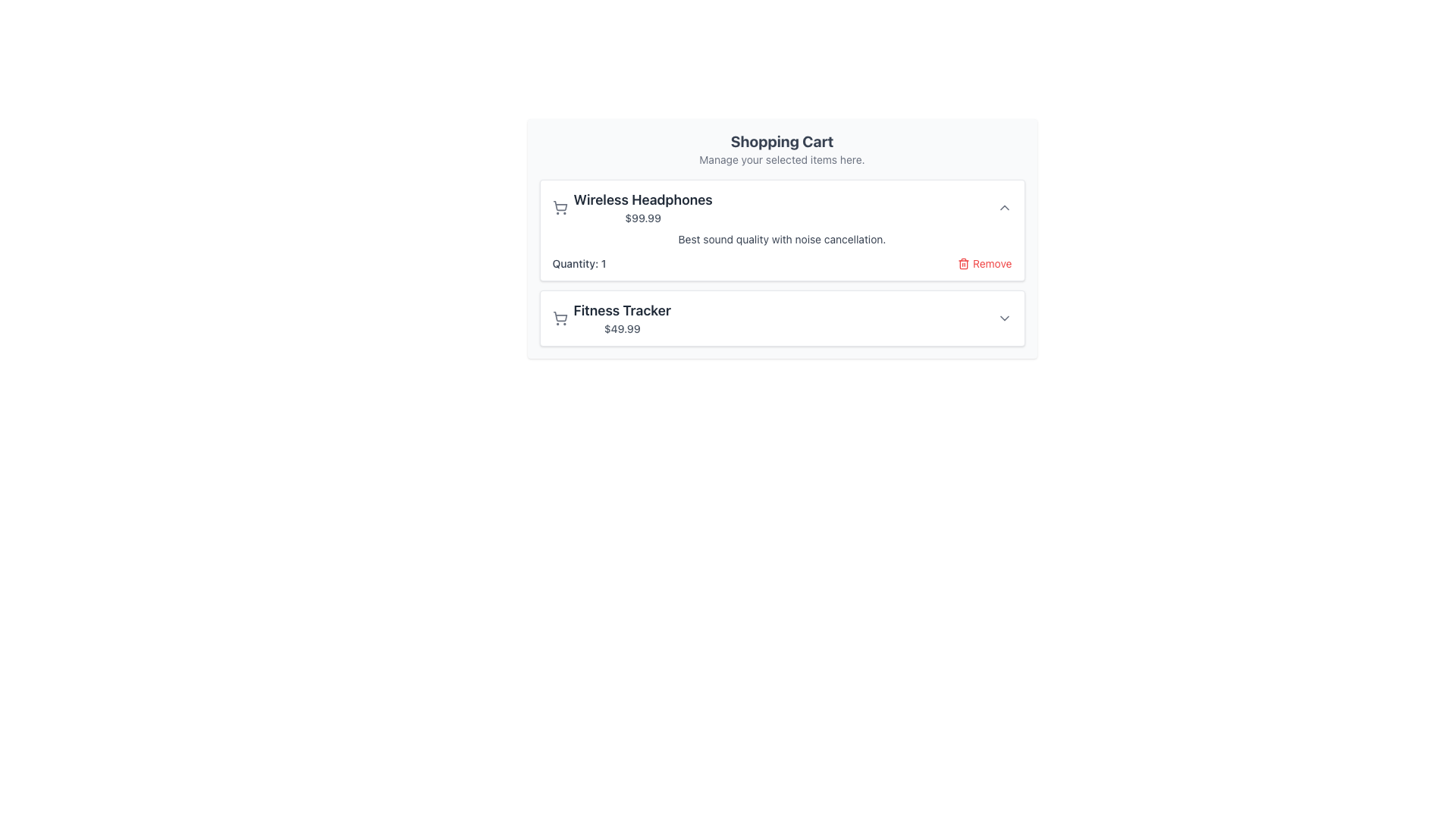 This screenshot has width=1456, height=819. I want to click on the shopping cart icon located to the left of the text 'Fitness Tracker' and '$49.99' in the second item of the shopping cart list, so click(559, 318).